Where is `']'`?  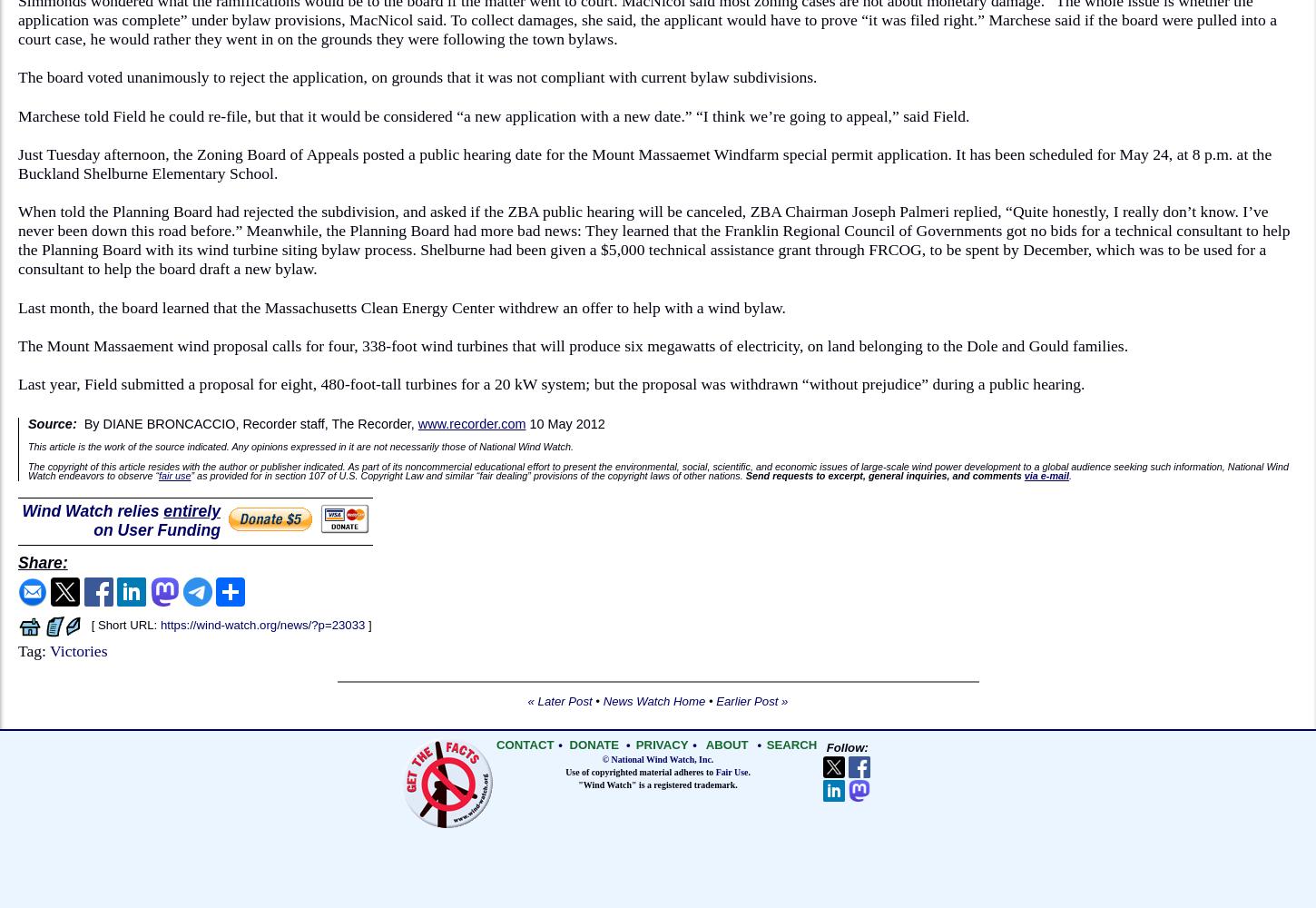
']' is located at coordinates (367, 625).